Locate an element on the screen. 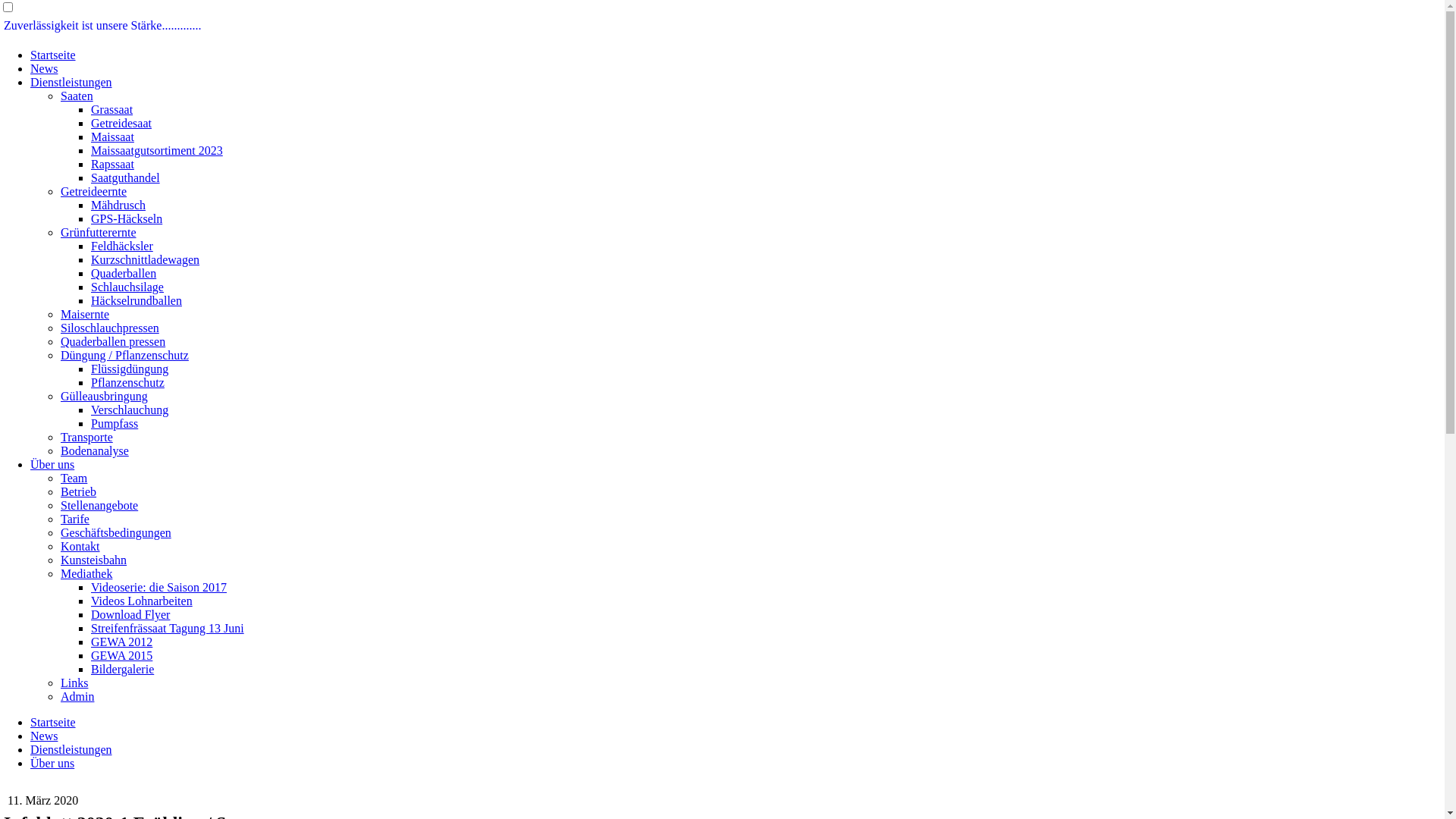  'Bodenanalyse' is located at coordinates (93, 450).